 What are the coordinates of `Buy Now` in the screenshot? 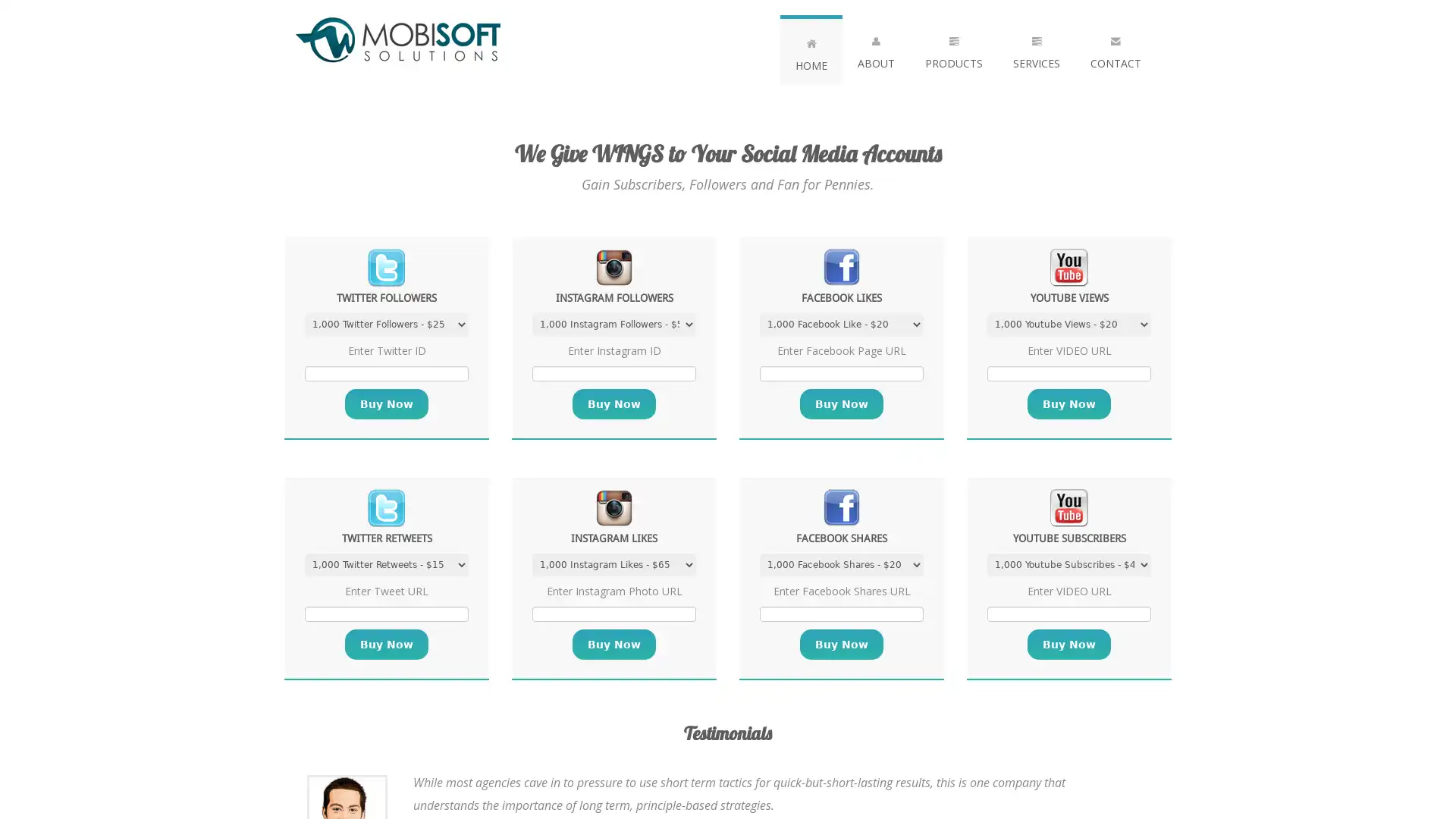 It's located at (1068, 403).